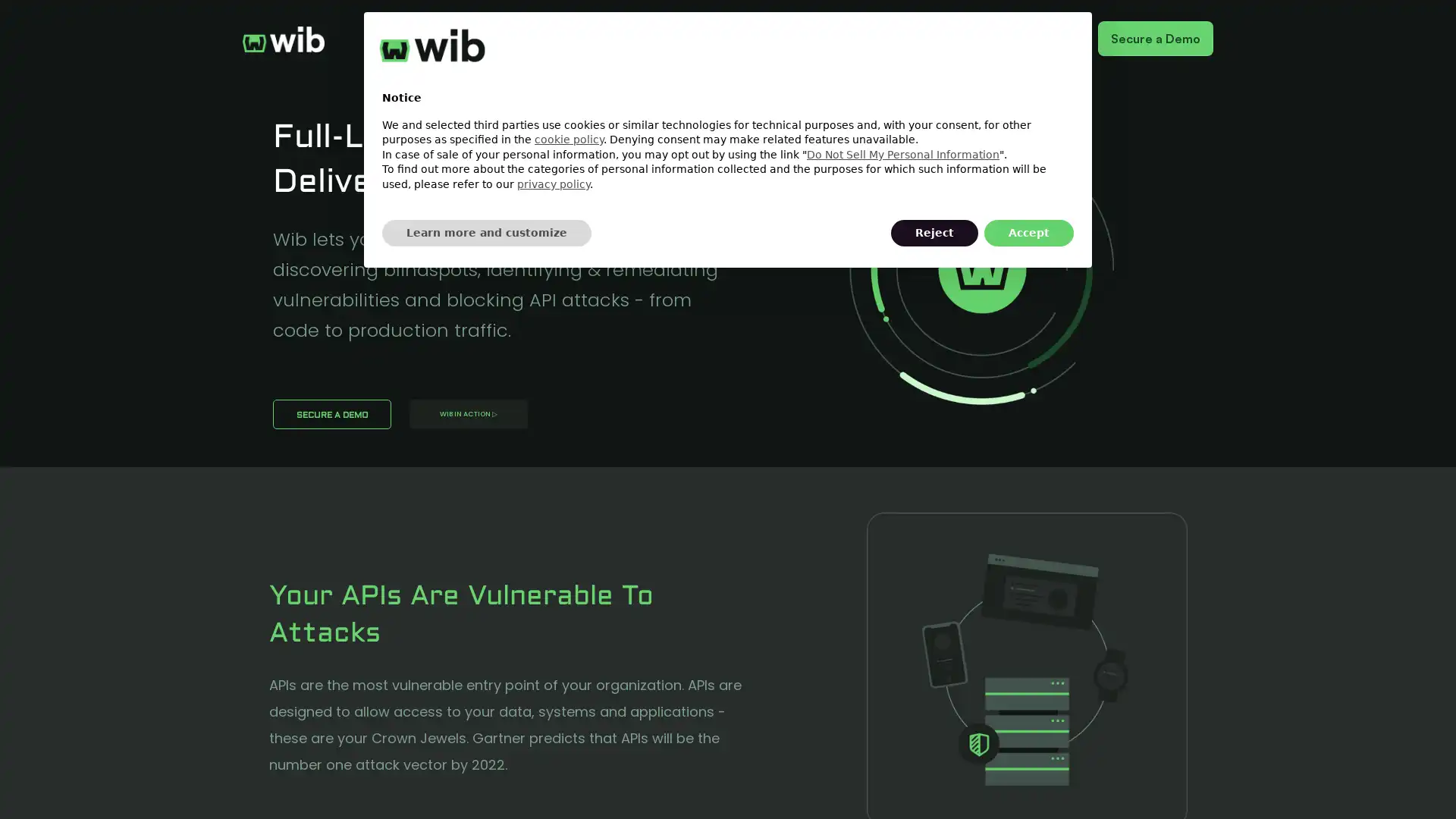 The image size is (1456, 819). I want to click on Learn more and customize, so click(487, 233).